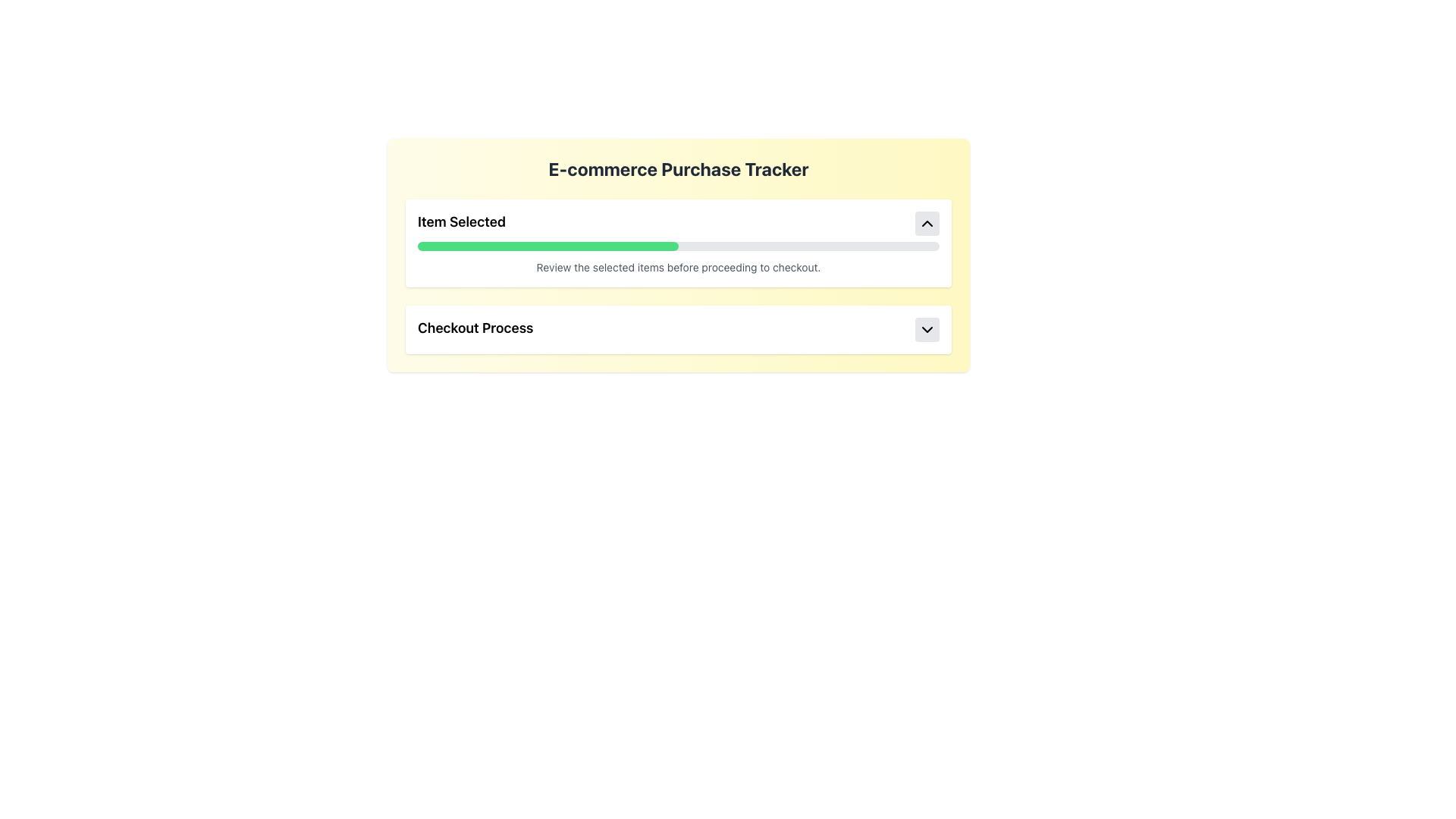 The width and height of the screenshot is (1456, 819). I want to click on the small rectangular button with a gray background and rounded corners, featuring a black downward-pointing chevron icon, so click(927, 329).